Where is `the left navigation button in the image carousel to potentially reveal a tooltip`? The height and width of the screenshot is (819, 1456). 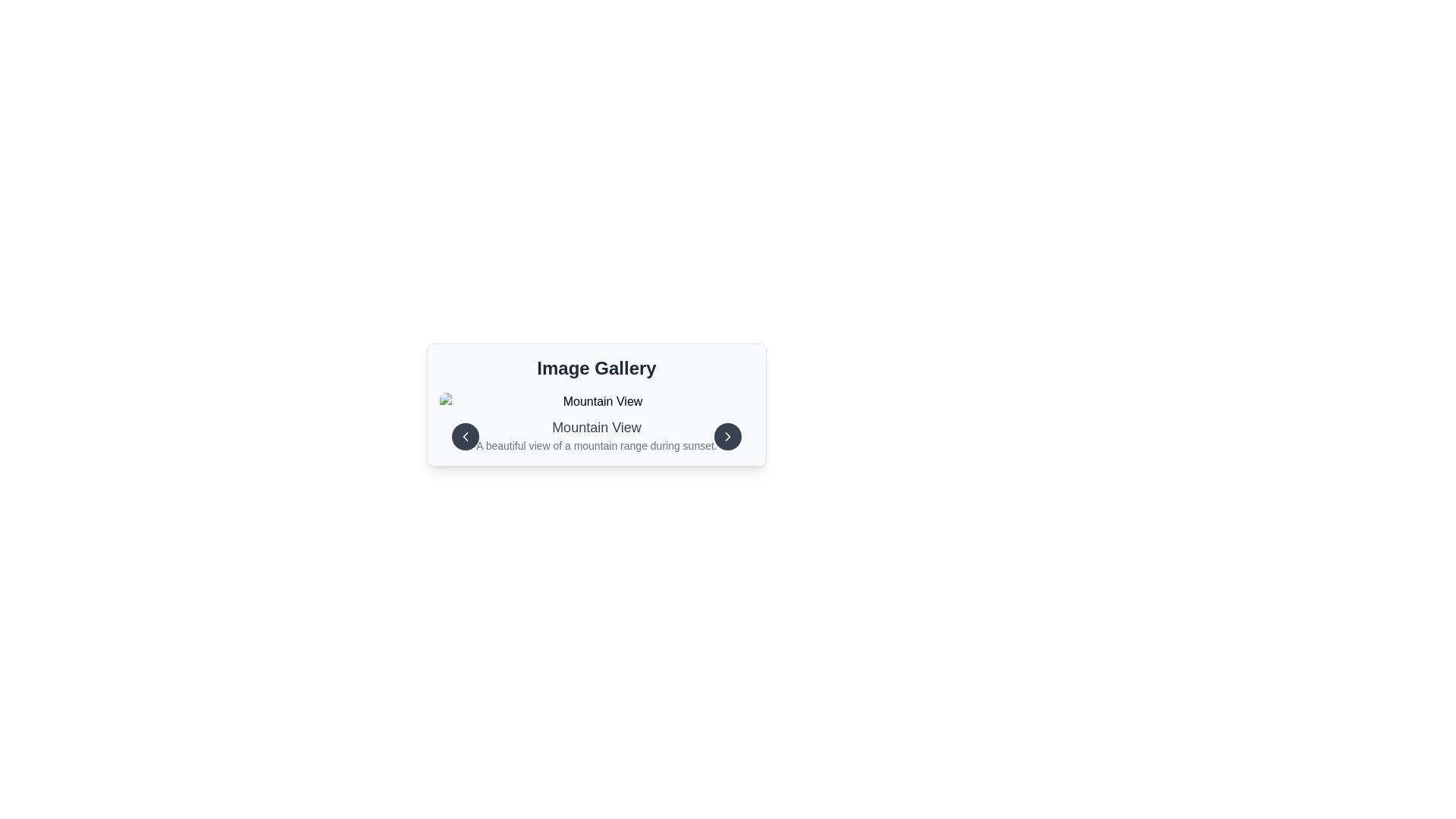 the left navigation button in the image carousel to potentially reveal a tooltip is located at coordinates (465, 436).